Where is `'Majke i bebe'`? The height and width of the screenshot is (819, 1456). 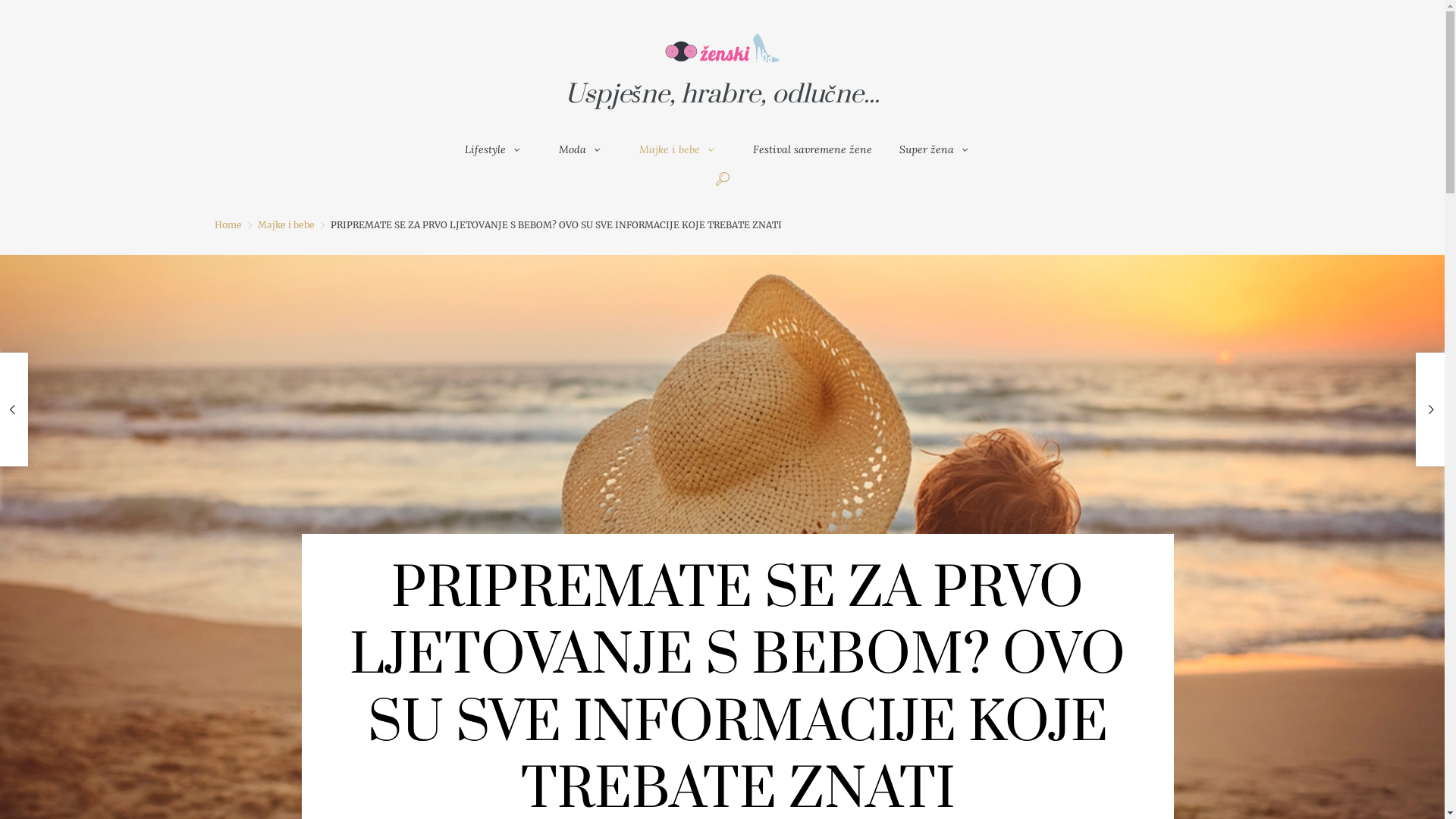
'Majke i bebe' is located at coordinates (286, 224).